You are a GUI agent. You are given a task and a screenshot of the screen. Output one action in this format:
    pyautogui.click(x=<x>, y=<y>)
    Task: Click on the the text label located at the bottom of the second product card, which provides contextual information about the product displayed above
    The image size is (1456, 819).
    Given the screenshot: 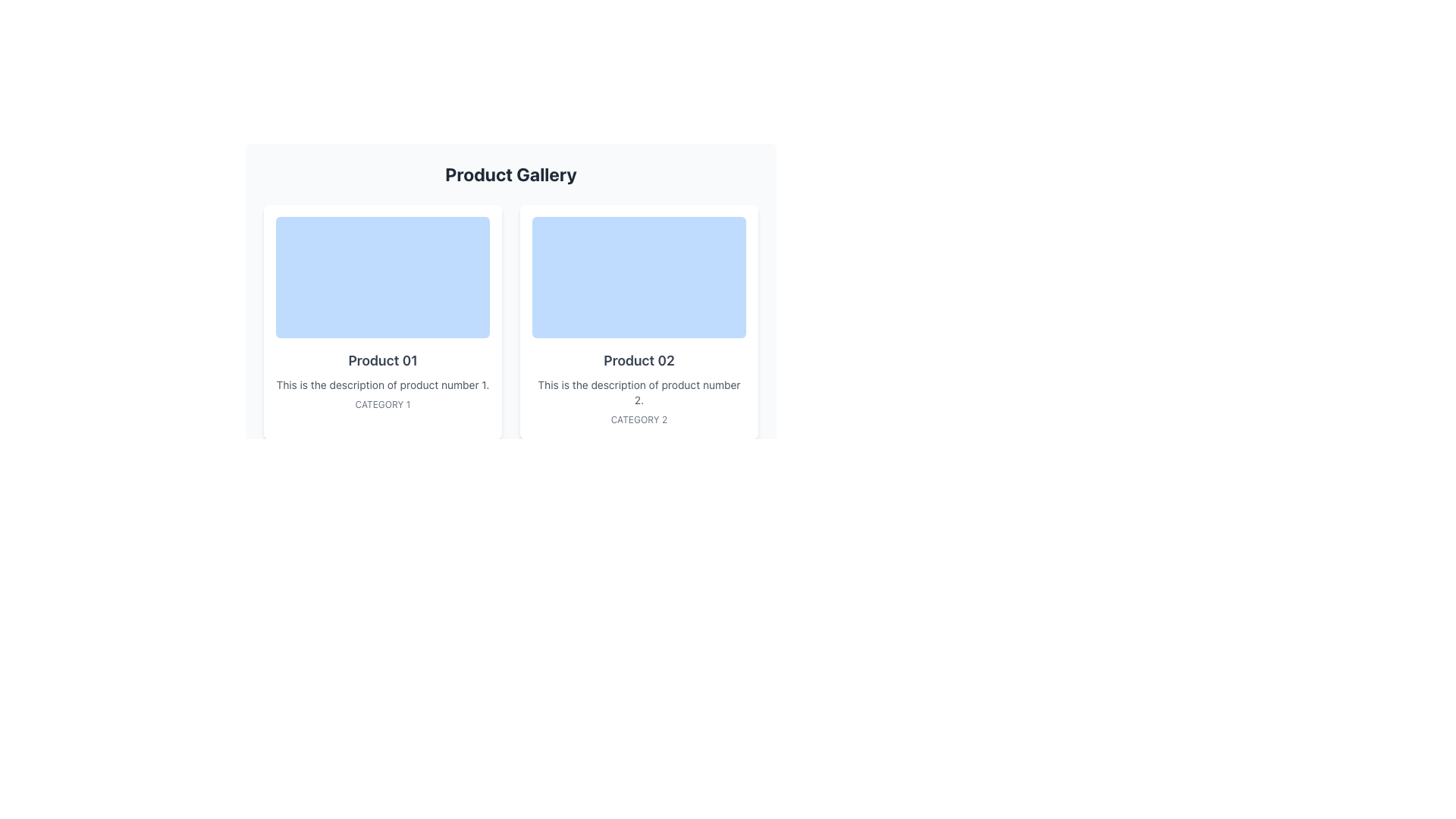 What is the action you would take?
    pyautogui.click(x=639, y=420)
    